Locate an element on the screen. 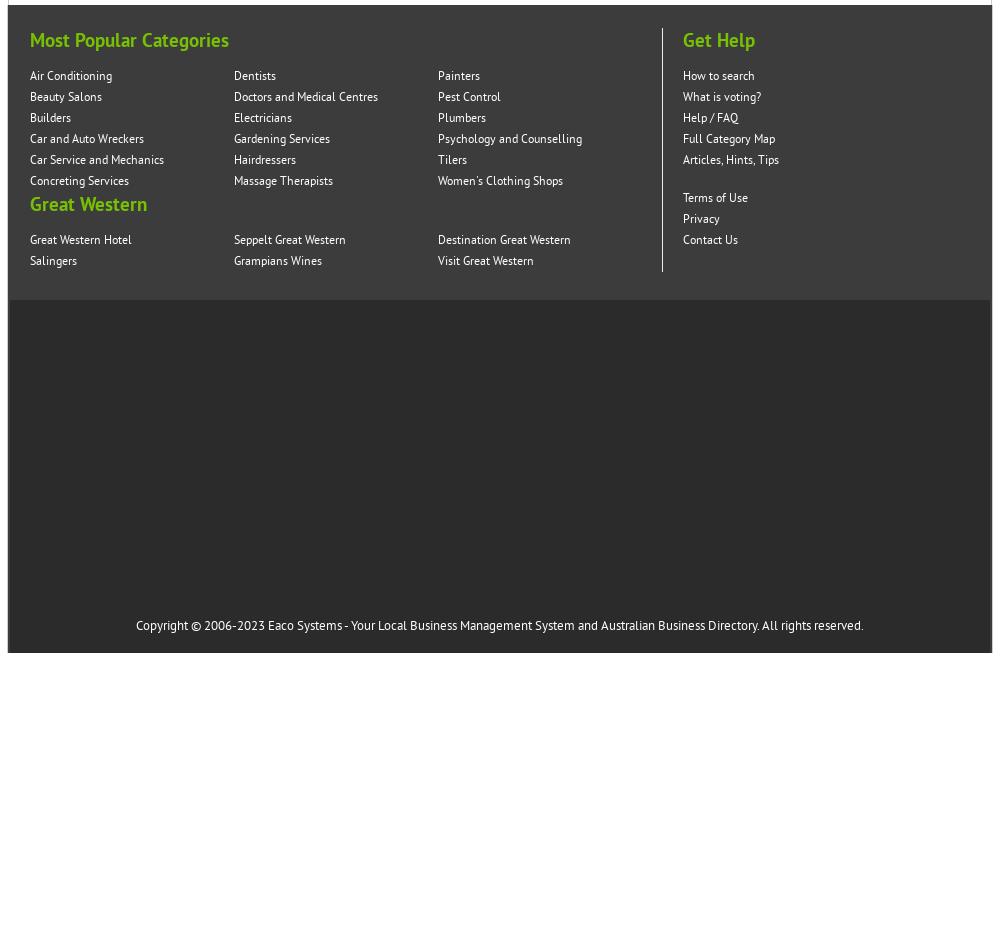 The height and width of the screenshot is (947, 1000). 'How to search' is located at coordinates (718, 76).